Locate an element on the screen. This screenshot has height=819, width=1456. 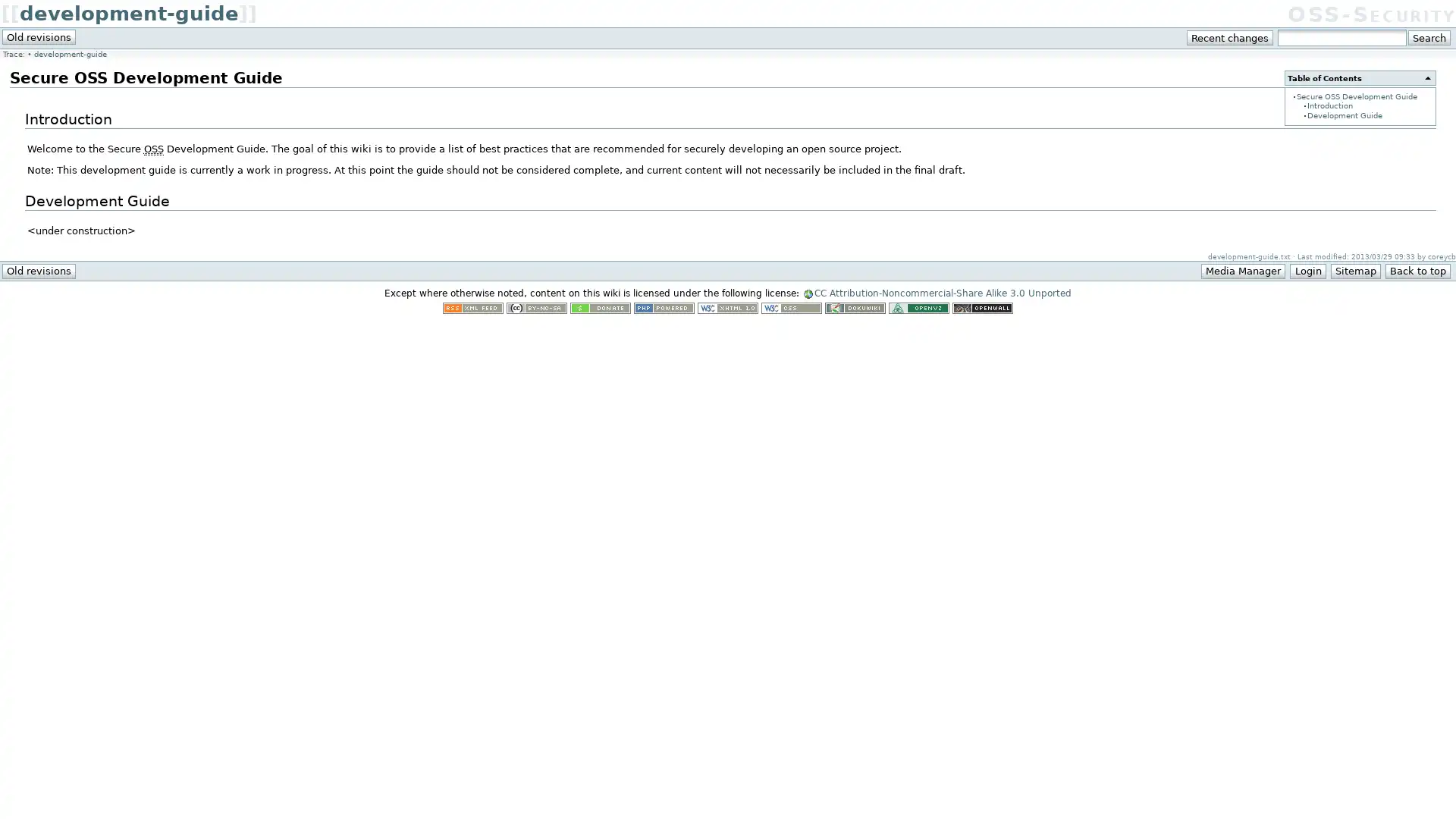
Back to top is located at coordinates (1417, 270).